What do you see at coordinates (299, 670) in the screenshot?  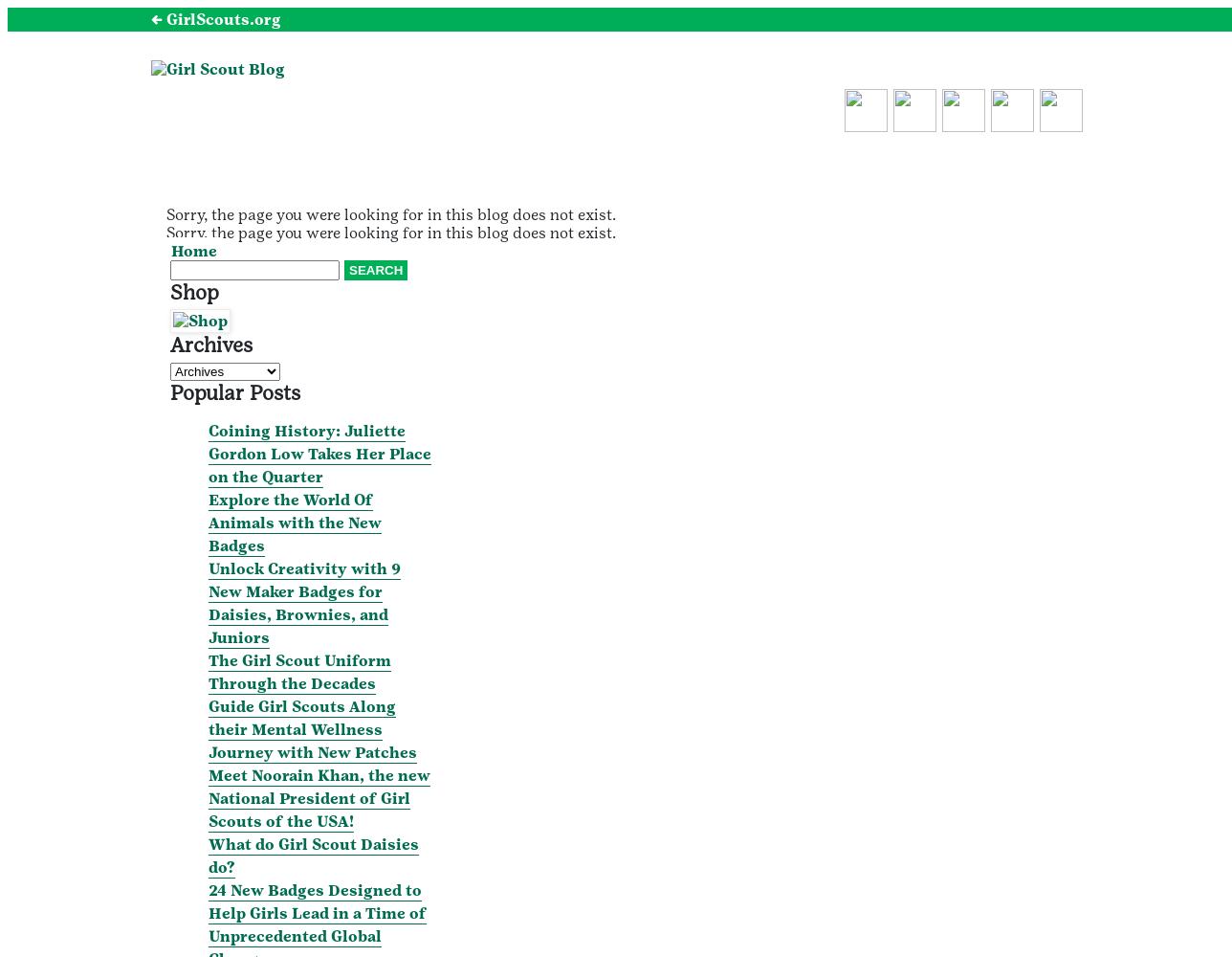 I see `'The Girl Scout Uniform Through the Decades'` at bounding box center [299, 670].